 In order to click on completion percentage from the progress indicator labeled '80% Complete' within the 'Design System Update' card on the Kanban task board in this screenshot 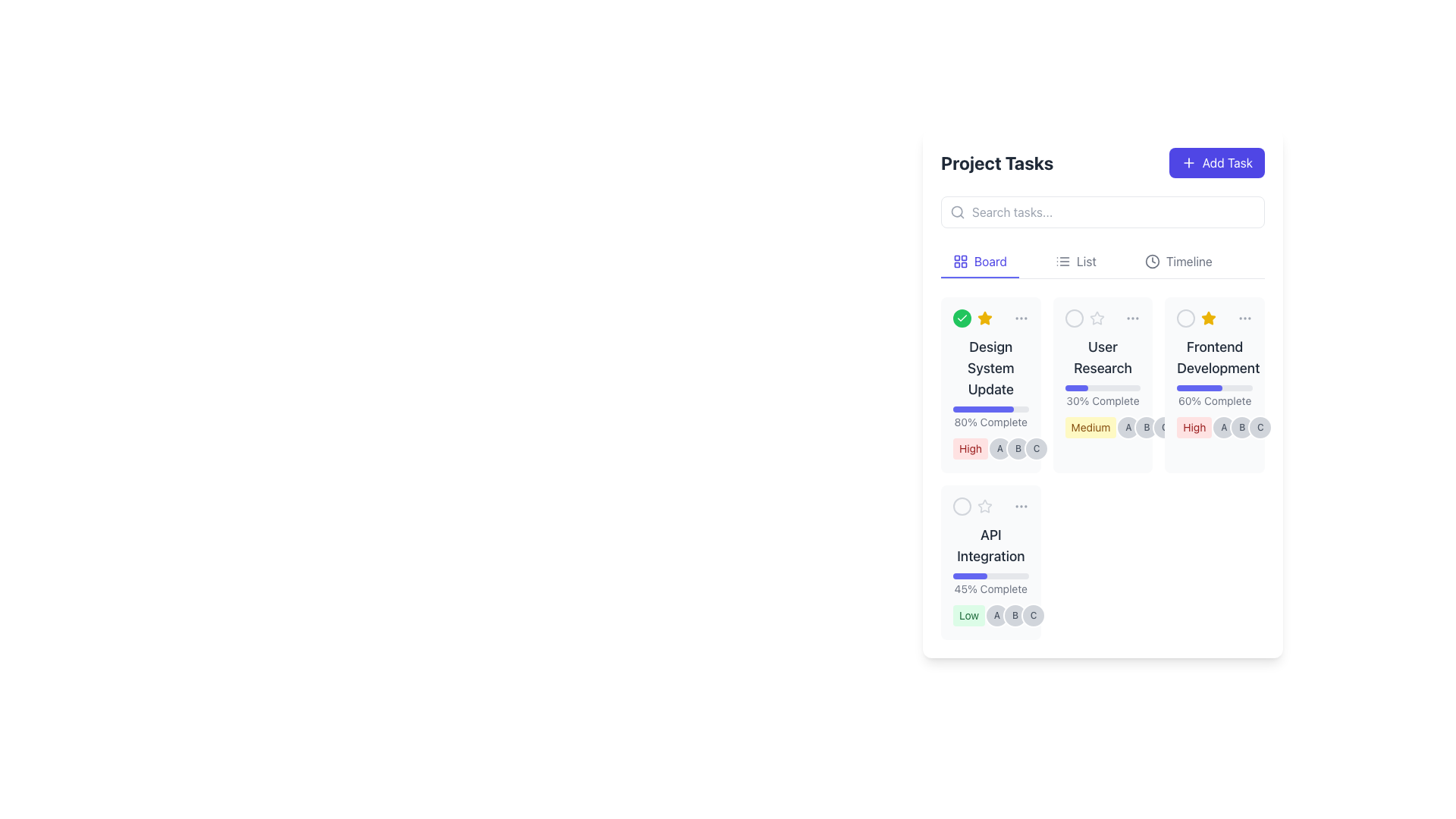, I will do `click(990, 418)`.